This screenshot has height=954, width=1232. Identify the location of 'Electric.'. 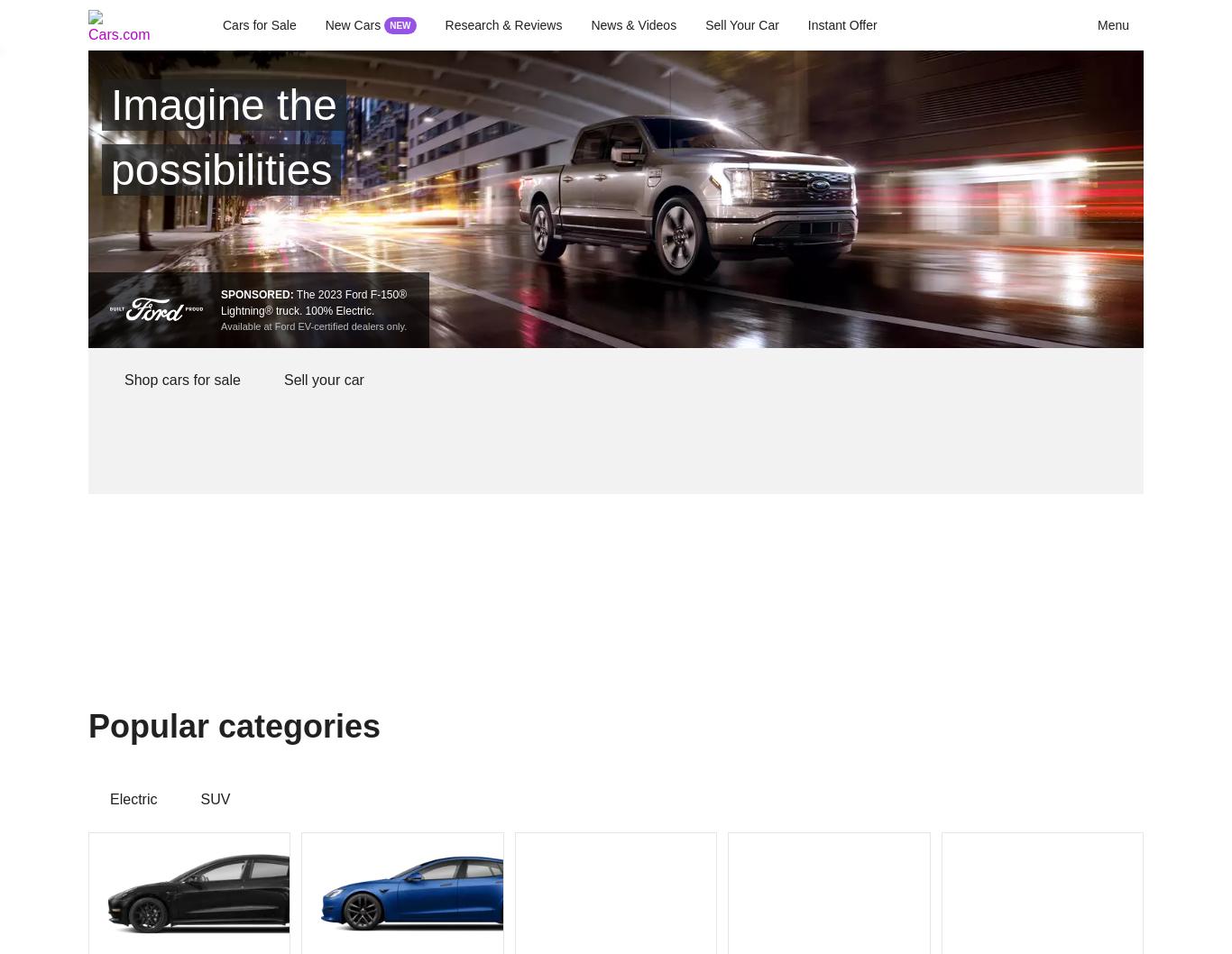
(354, 308).